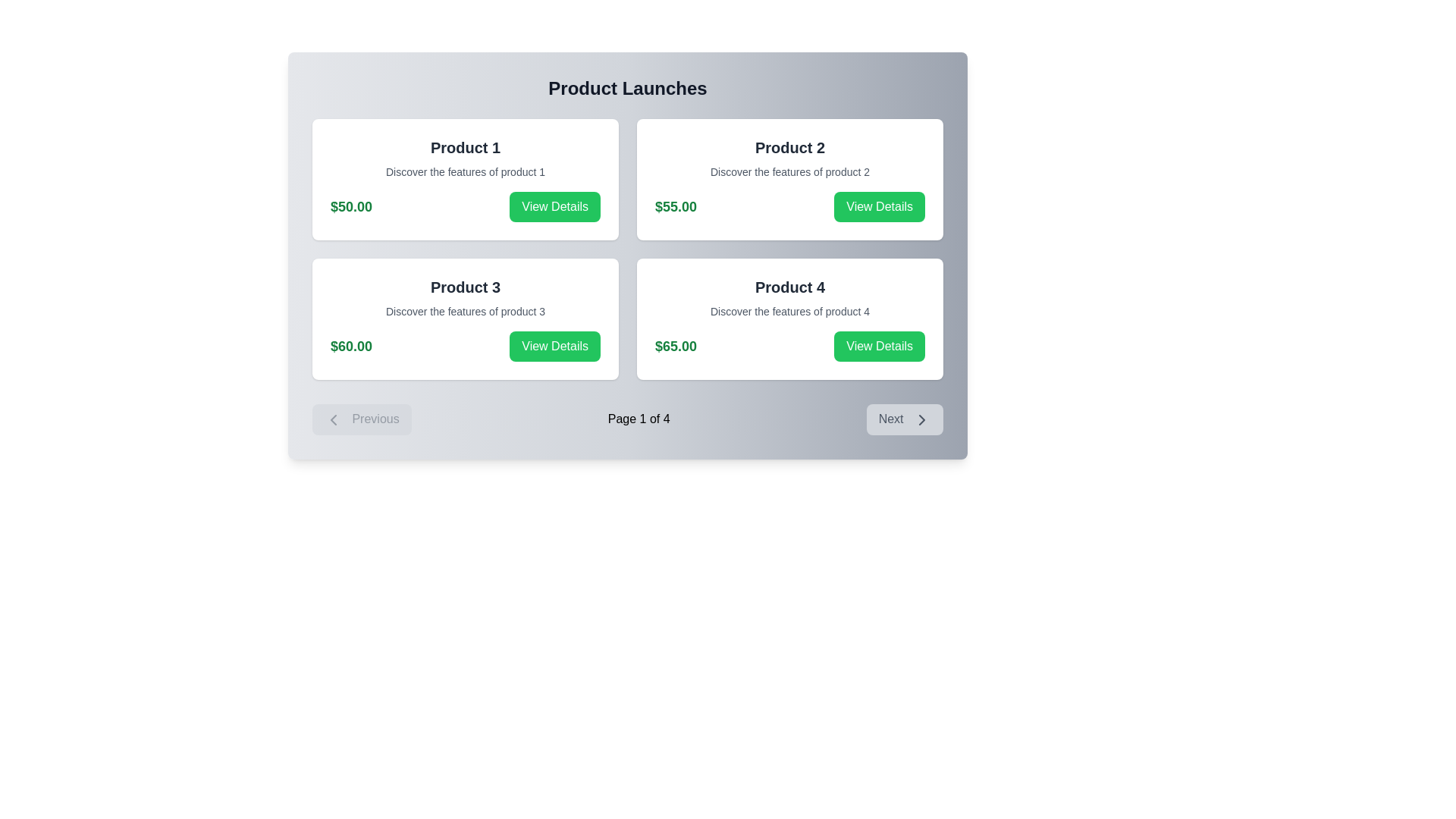  Describe the element at coordinates (554, 207) in the screenshot. I see `the green 'View Details' button with rounded corners to observe the styling change in the top-left section of the product card grid` at that location.